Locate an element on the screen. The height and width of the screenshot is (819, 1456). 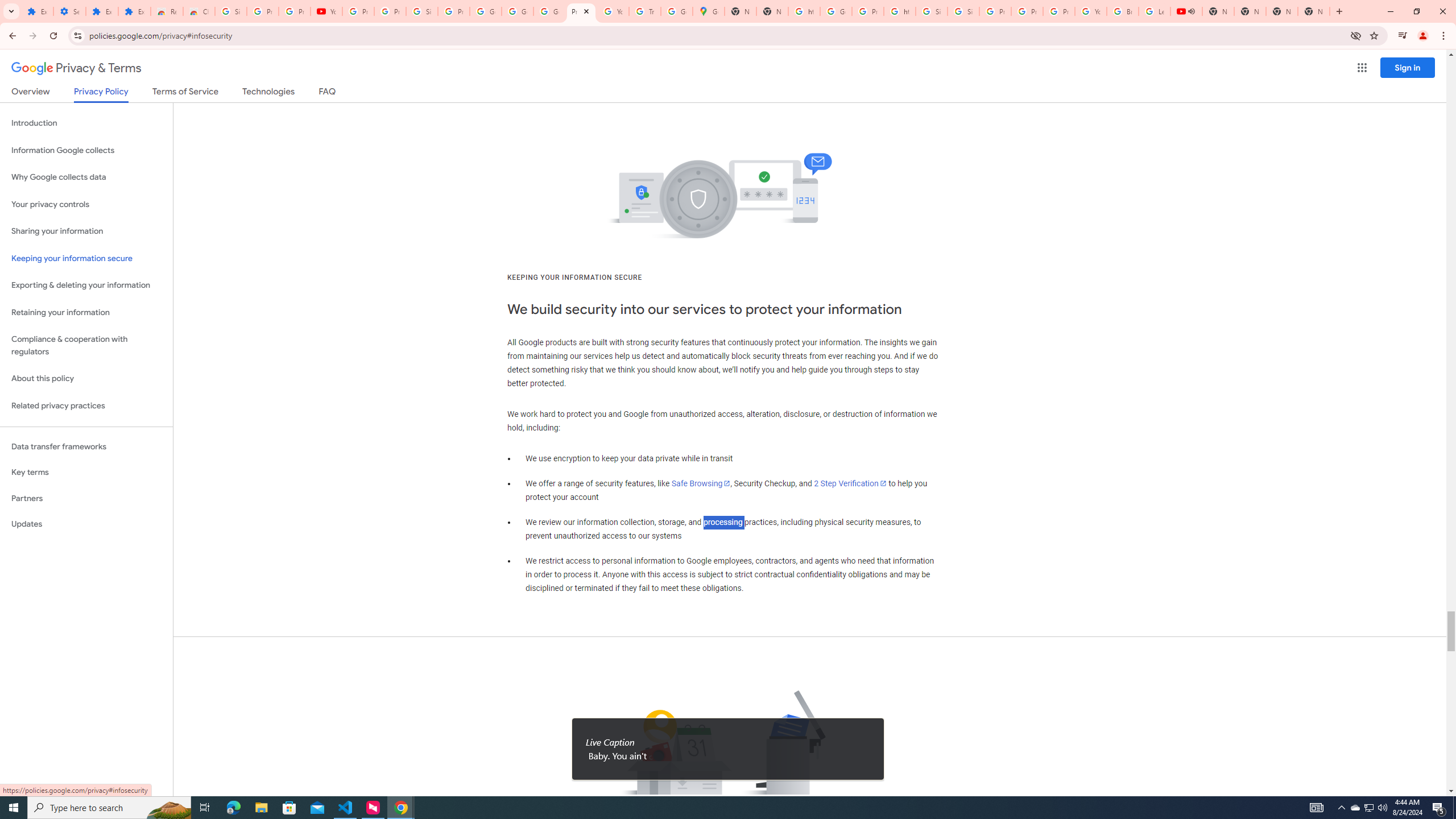
'Chrome Web Store - Themes' is located at coordinates (198, 11).